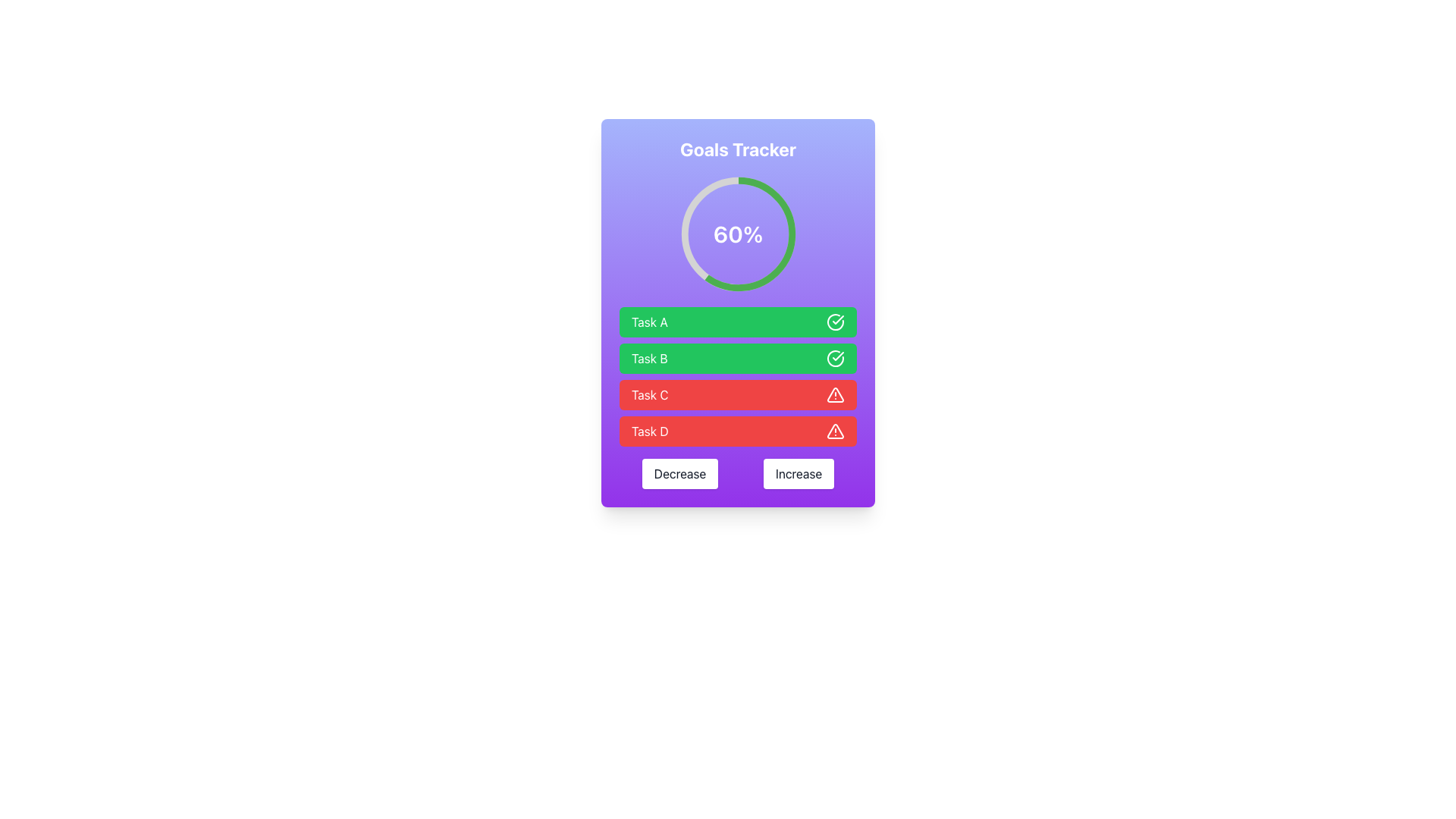 The height and width of the screenshot is (819, 1456). What do you see at coordinates (679, 472) in the screenshot?
I see `the leftmost button labeled 'Decrease' with a white background and black text` at bounding box center [679, 472].